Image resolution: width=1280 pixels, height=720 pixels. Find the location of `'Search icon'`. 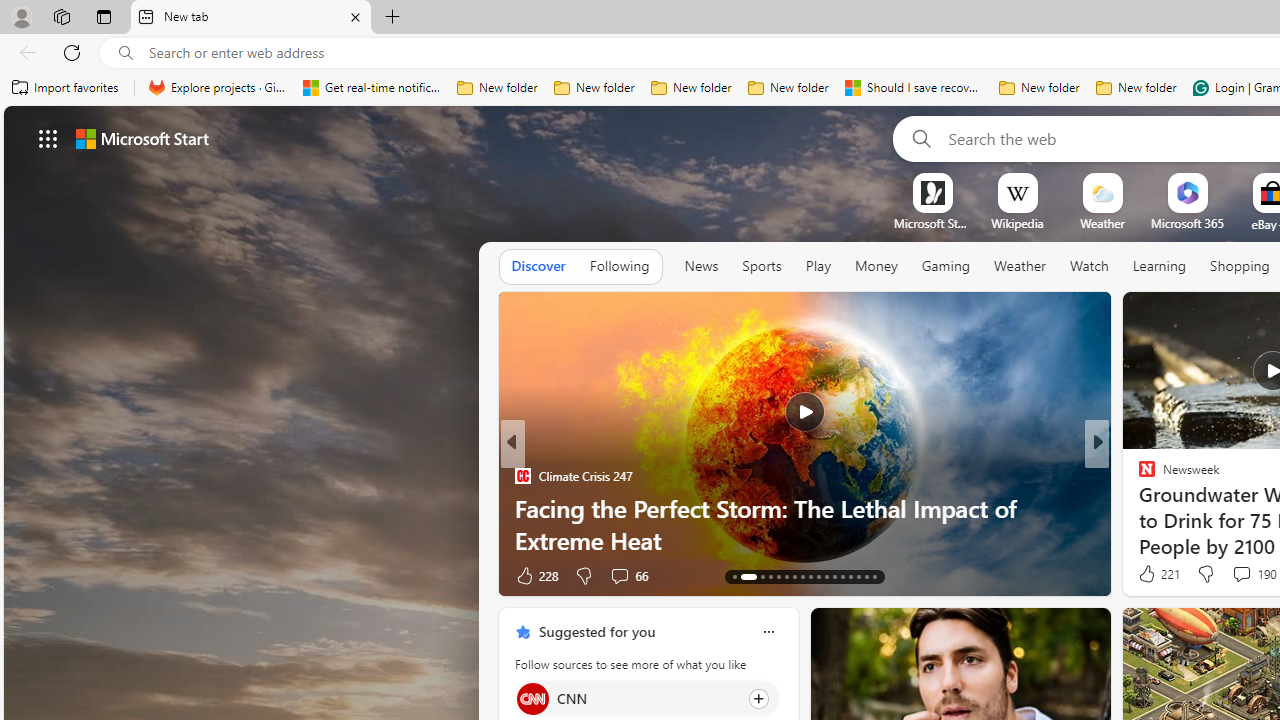

'Search icon' is located at coordinates (125, 52).